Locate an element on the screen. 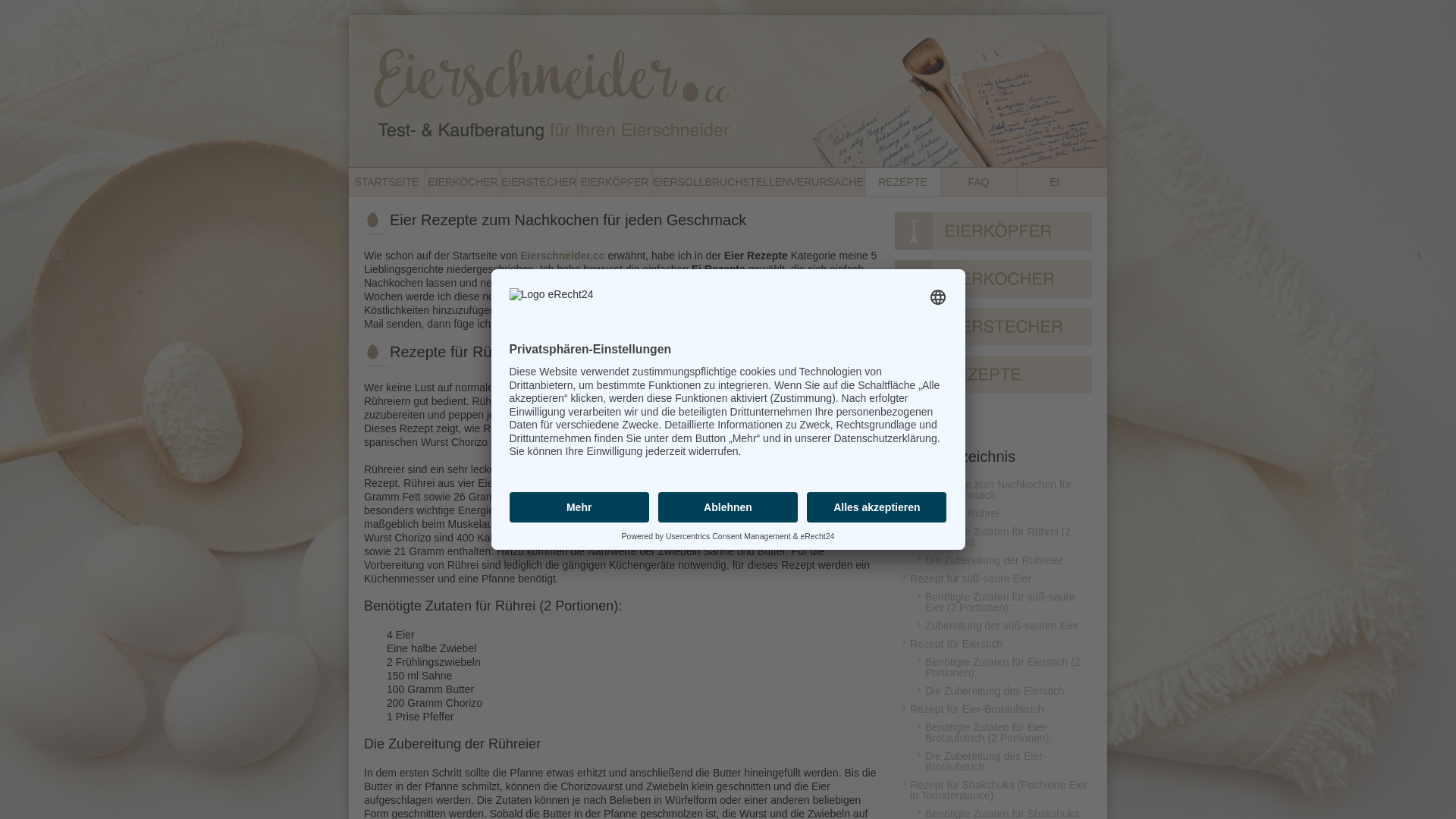  'Eierschneider - Vergleich, Test und Kauf' is located at coordinates (728, 90).